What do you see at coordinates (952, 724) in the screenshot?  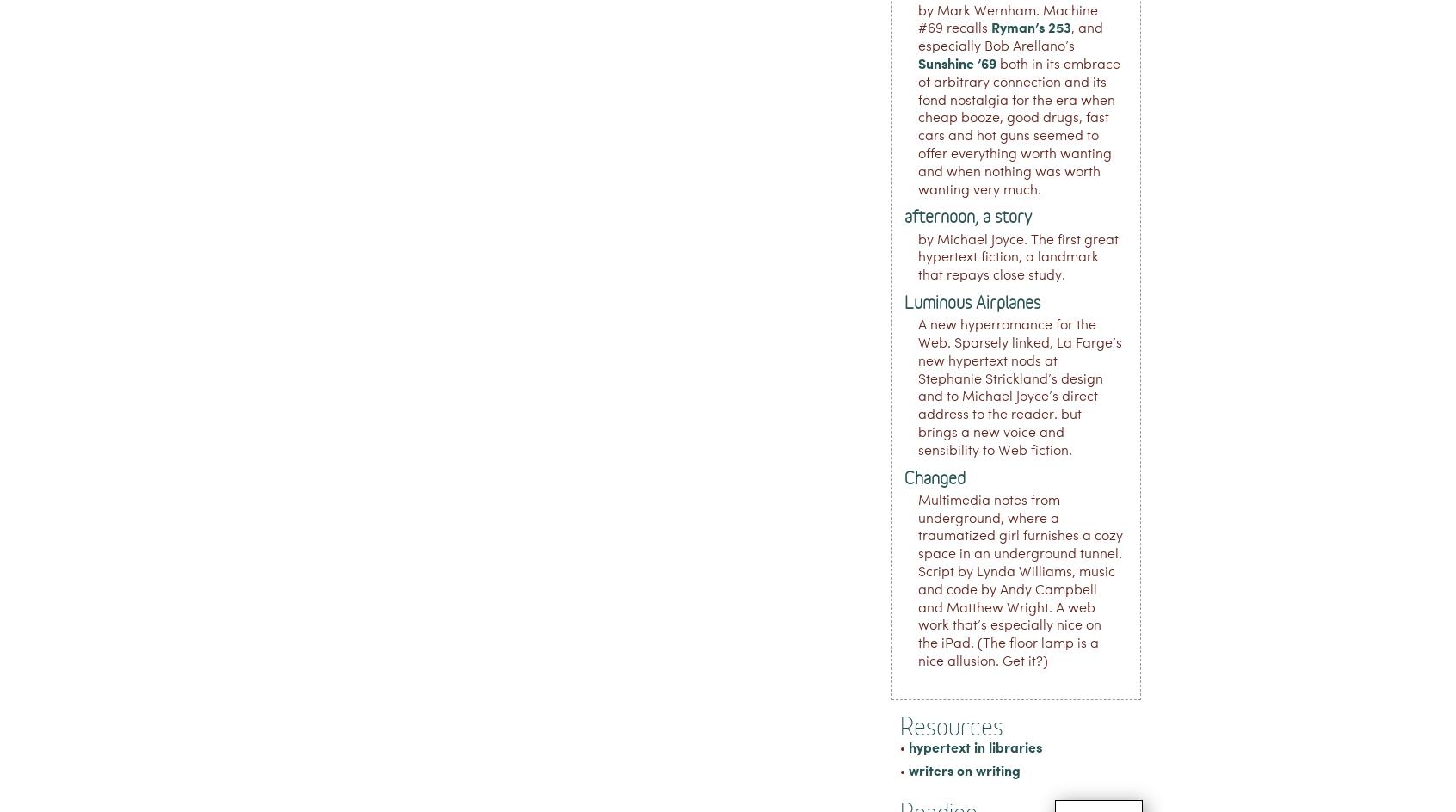 I see `'Resources'` at bounding box center [952, 724].